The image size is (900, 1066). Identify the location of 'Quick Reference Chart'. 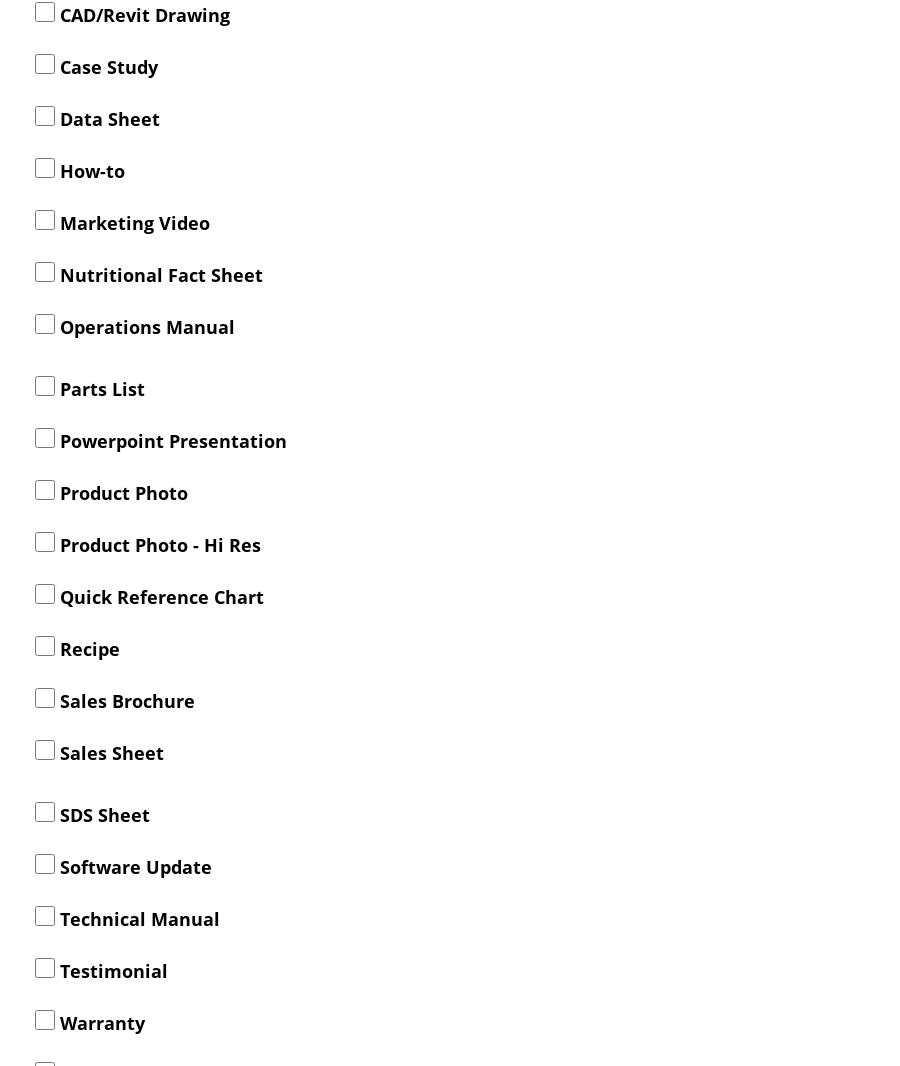
(53, 595).